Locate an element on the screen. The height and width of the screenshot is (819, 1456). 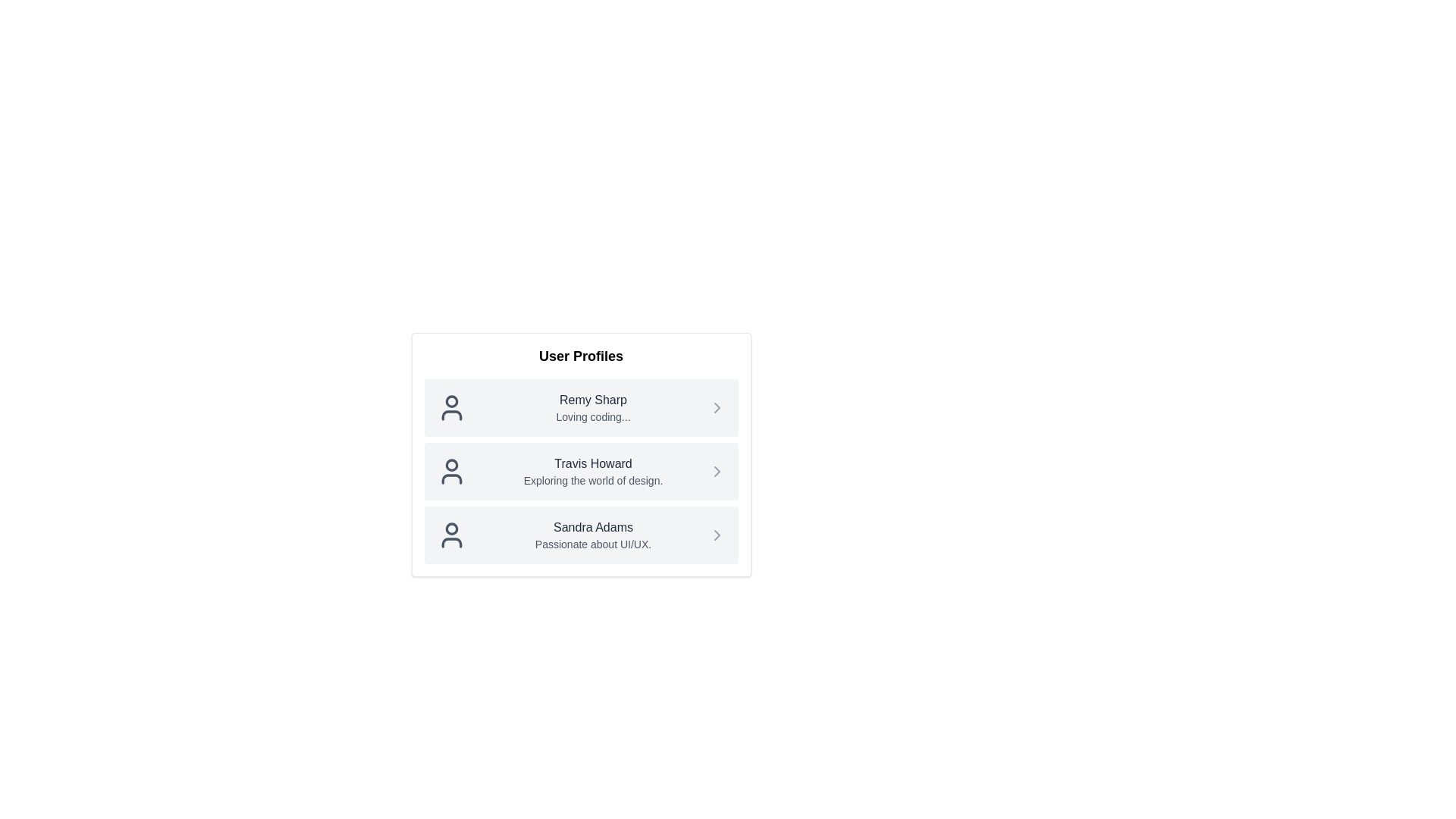
the arrowhead of the chevron icon located at the rightmost side of the second list item labeled 'Travis Howard' in the user profile list is located at coordinates (716, 470).